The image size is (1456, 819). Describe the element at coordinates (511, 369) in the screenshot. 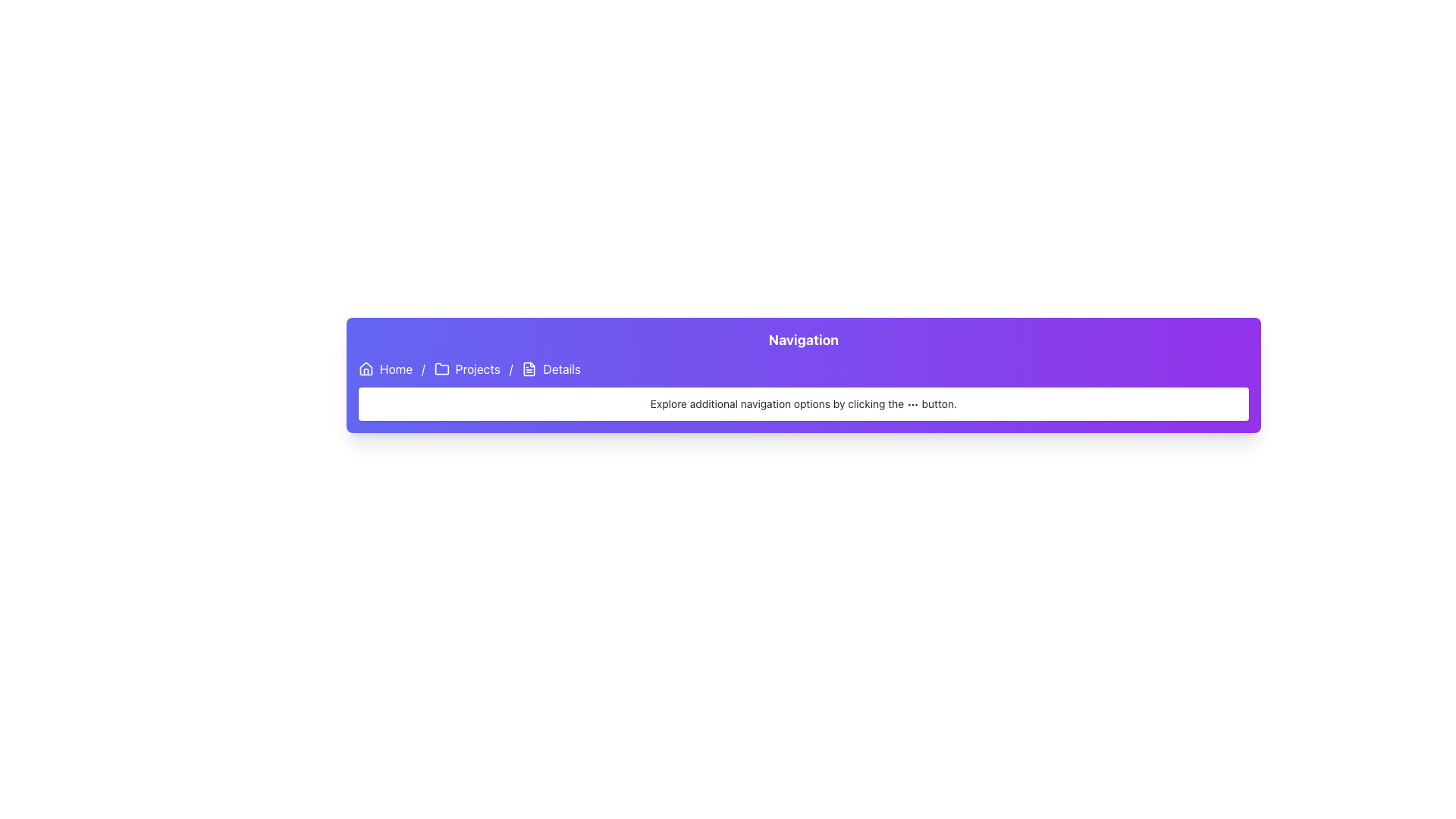

I see `the second forward slash in the breadcrumb navigation, which visually separates the 'Projects' and 'Details' labels` at that location.